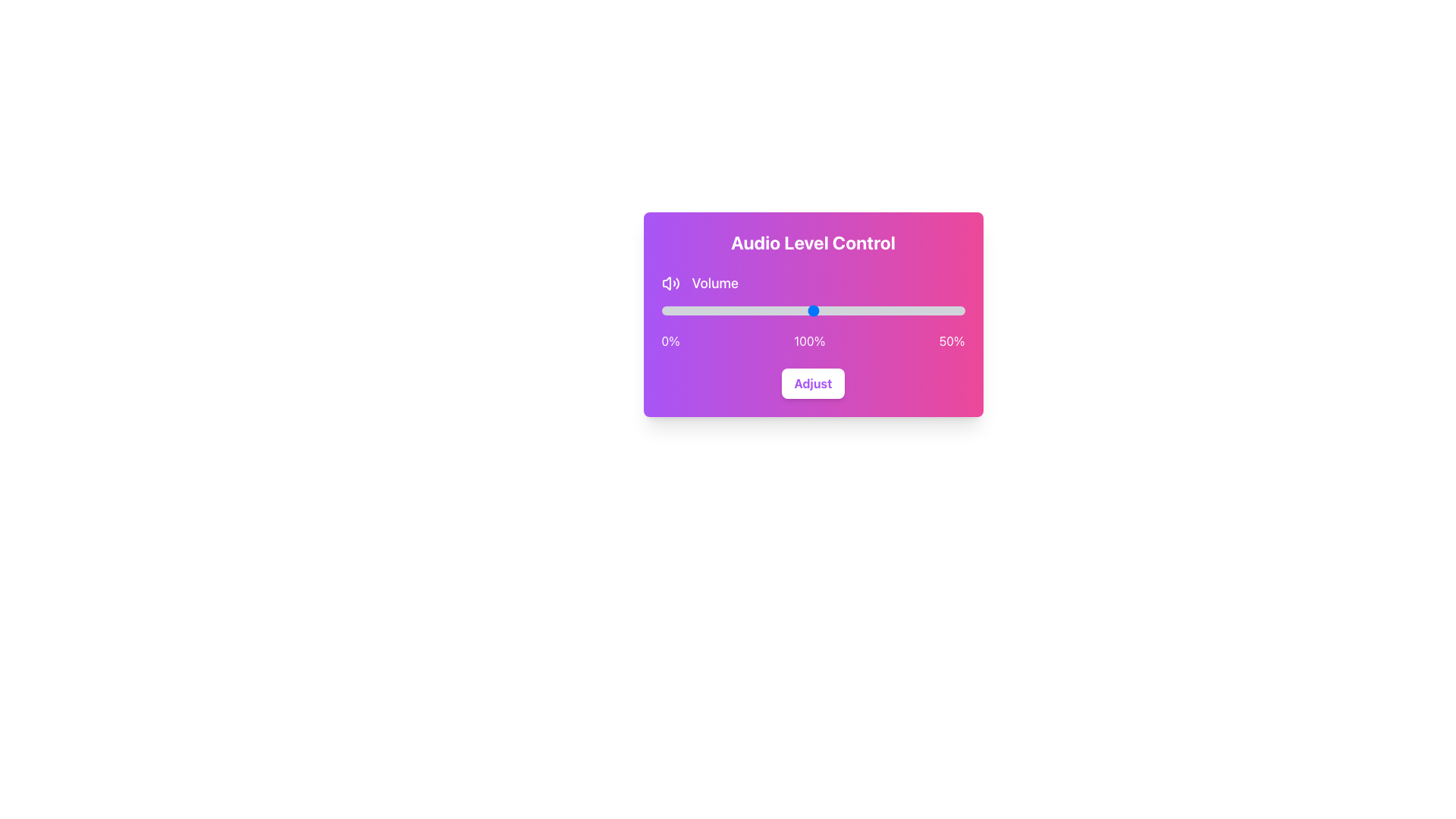 The width and height of the screenshot is (1456, 819). I want to click on the 'Volume' text label, which is prominently styled in white and located near the top left of the 'Audio Level Control' card, positioned to the right of the speaker icon, so click(714, 284).